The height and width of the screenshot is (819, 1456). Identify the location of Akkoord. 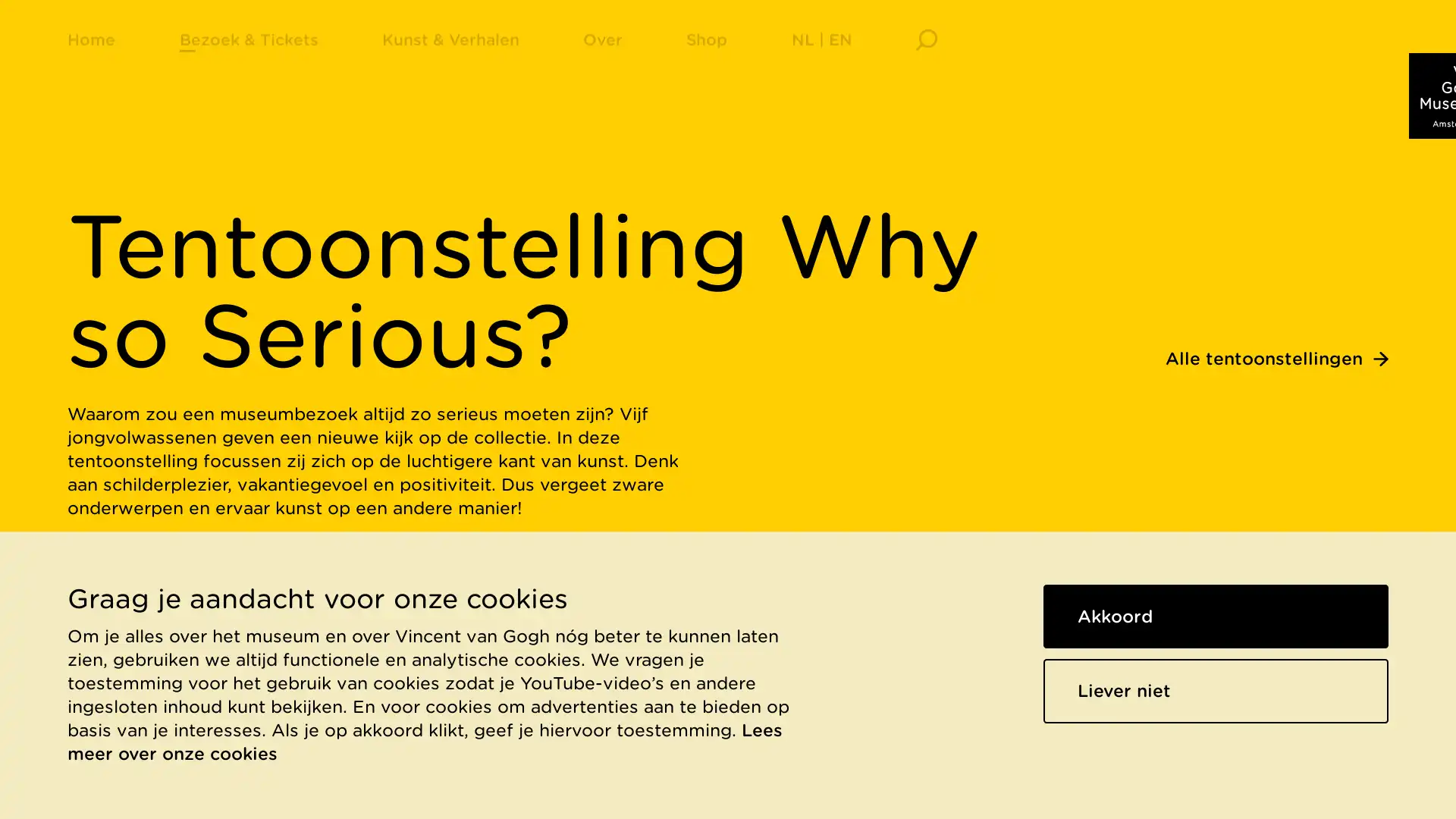
(1216, 616).